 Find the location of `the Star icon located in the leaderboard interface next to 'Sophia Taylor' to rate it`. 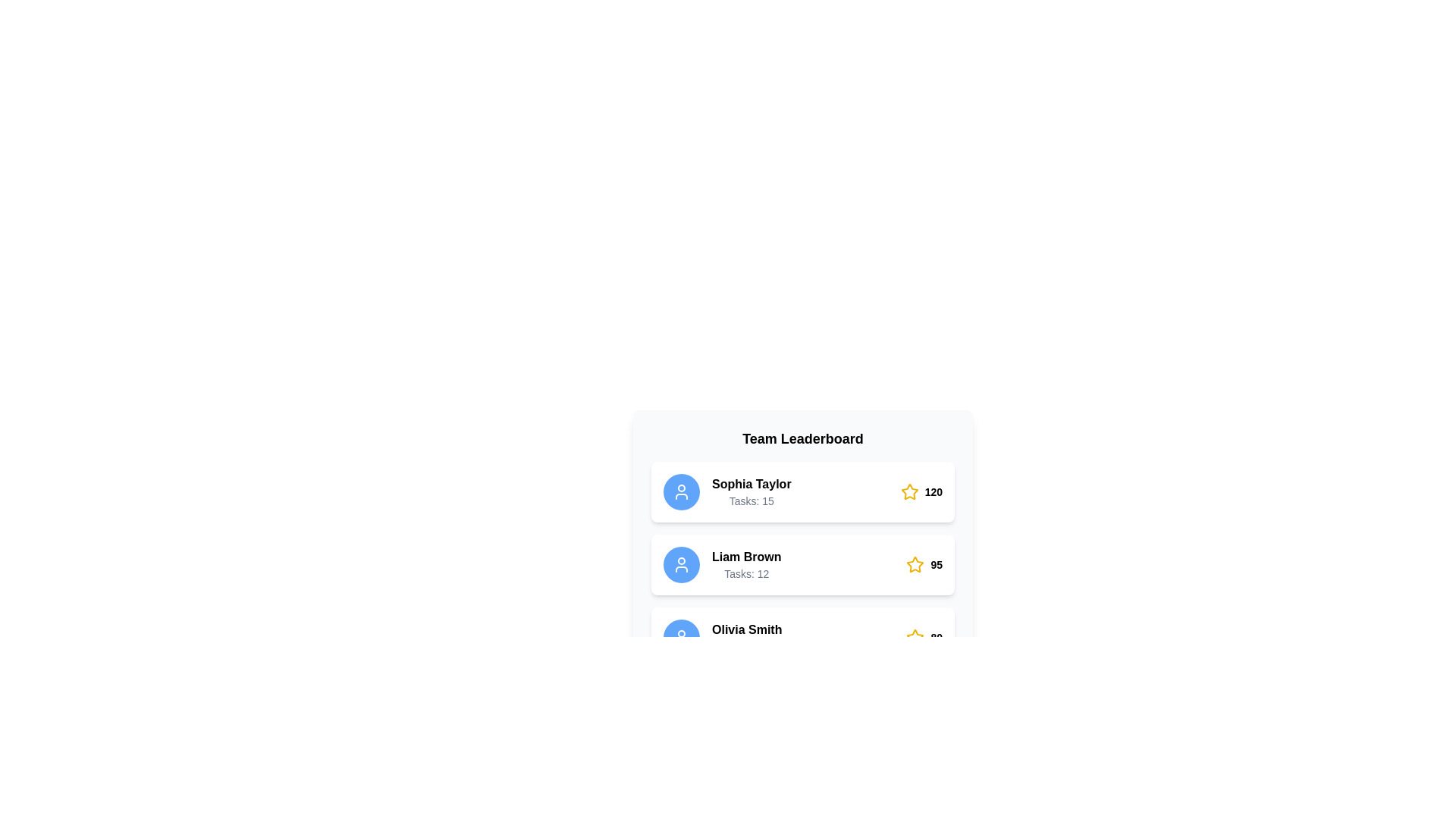

the Star icon located in the leaderboard interface next to 'Sophia Taylor' to rate it is located at coordinates (914, 564).